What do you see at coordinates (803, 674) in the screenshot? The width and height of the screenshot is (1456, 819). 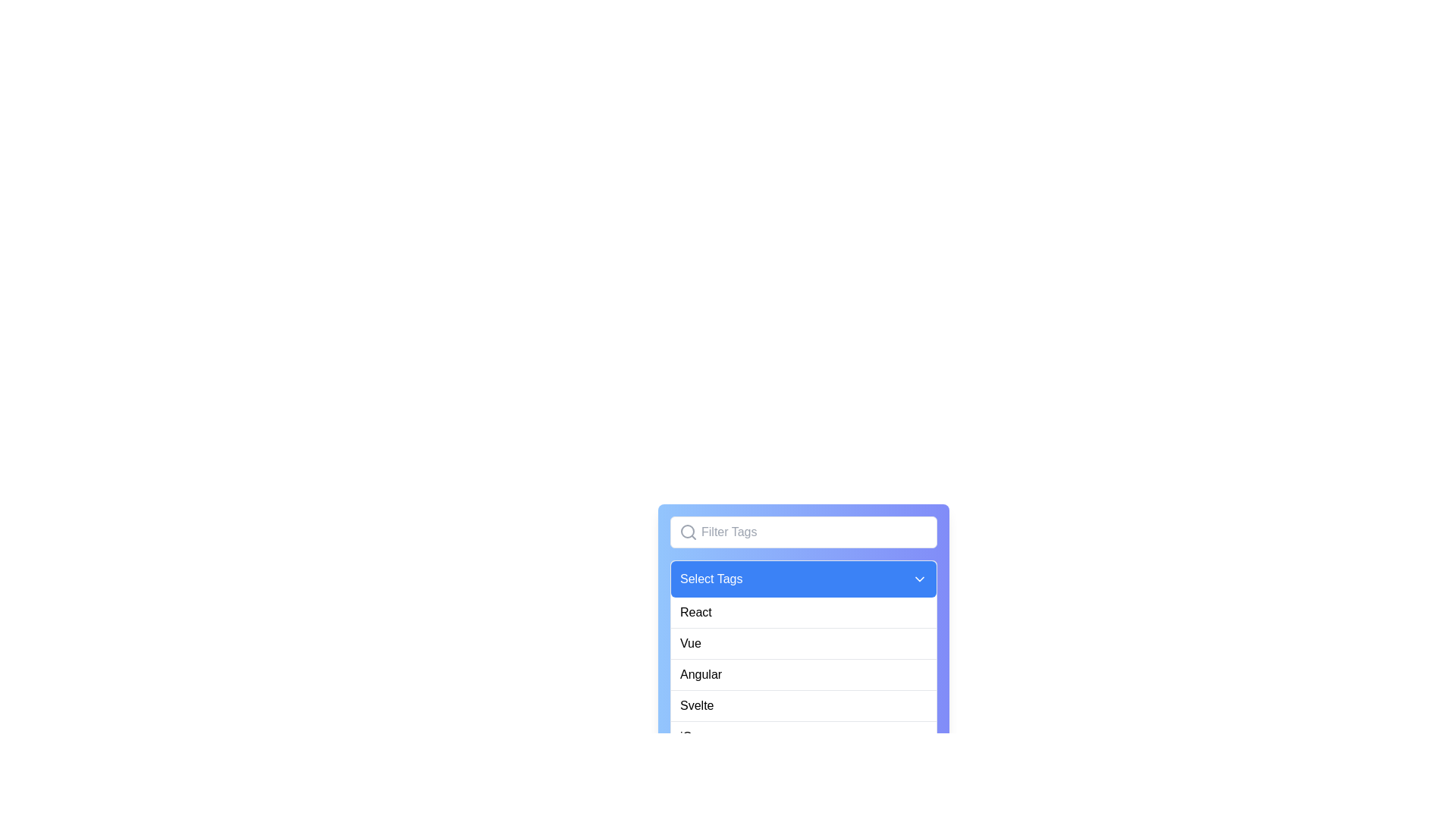 I see `the list item labeled 'Angular' in the dropdown menu to change its background color` at bounding box center [803, 674].